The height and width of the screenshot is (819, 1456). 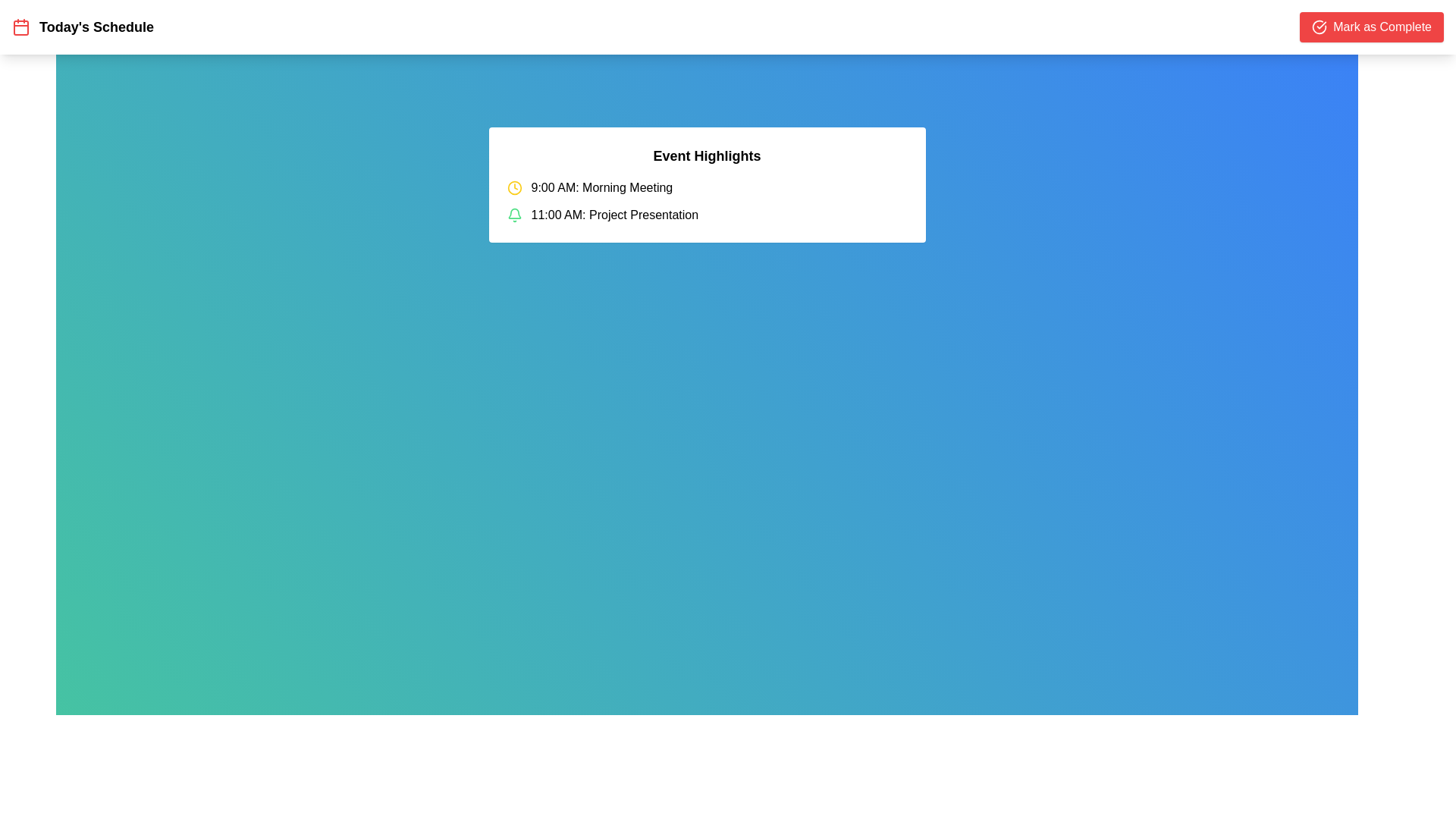 What do you see at coordinates (514, 187) in the screenshot?
I see `the clock icon that visually represents the event time associated with '9:00 AM: Morning Meeting' in the 'Event Highlights' card` at bounding box center [514, 187].